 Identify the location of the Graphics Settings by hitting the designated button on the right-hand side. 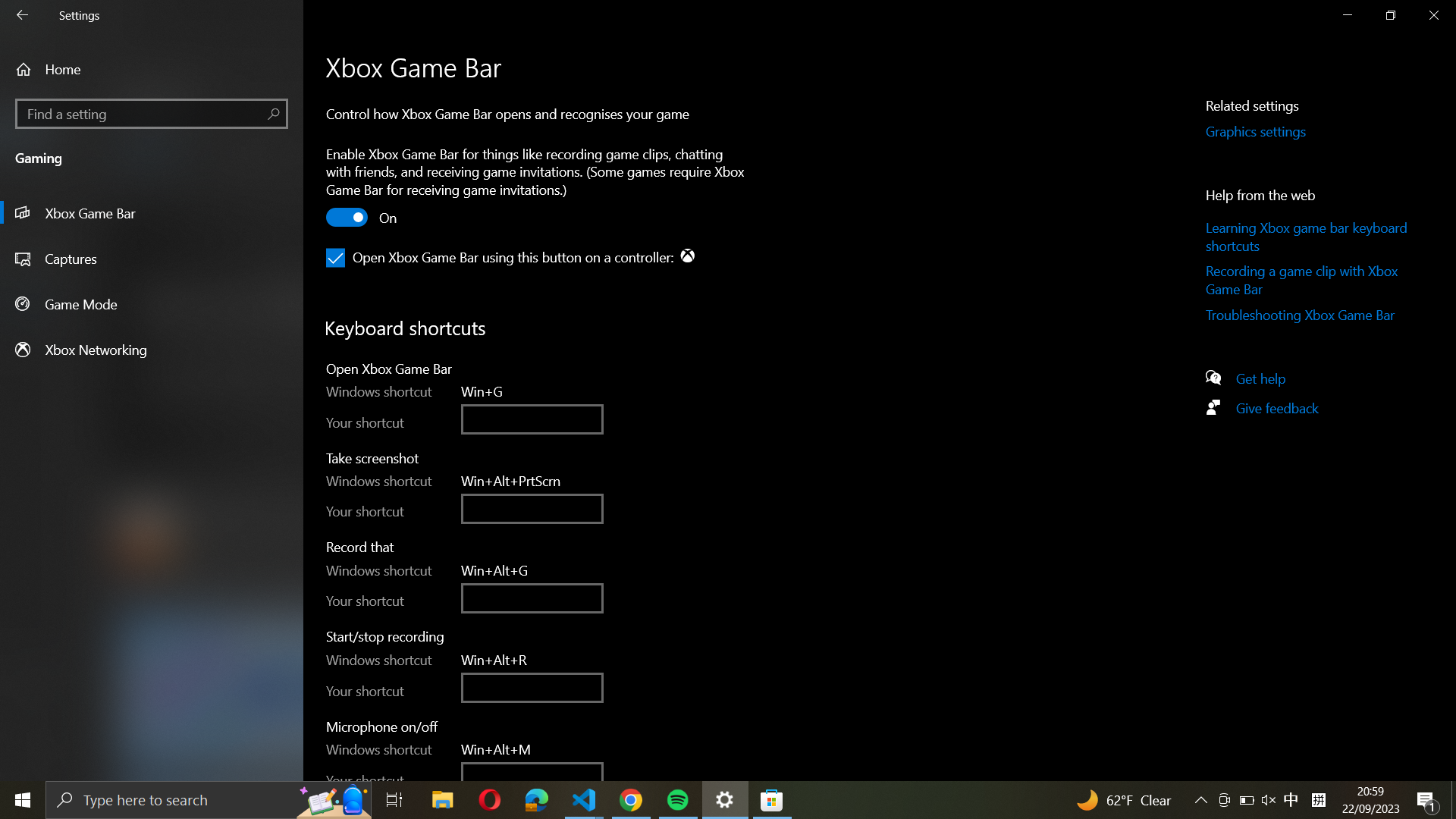
(1273, 131).